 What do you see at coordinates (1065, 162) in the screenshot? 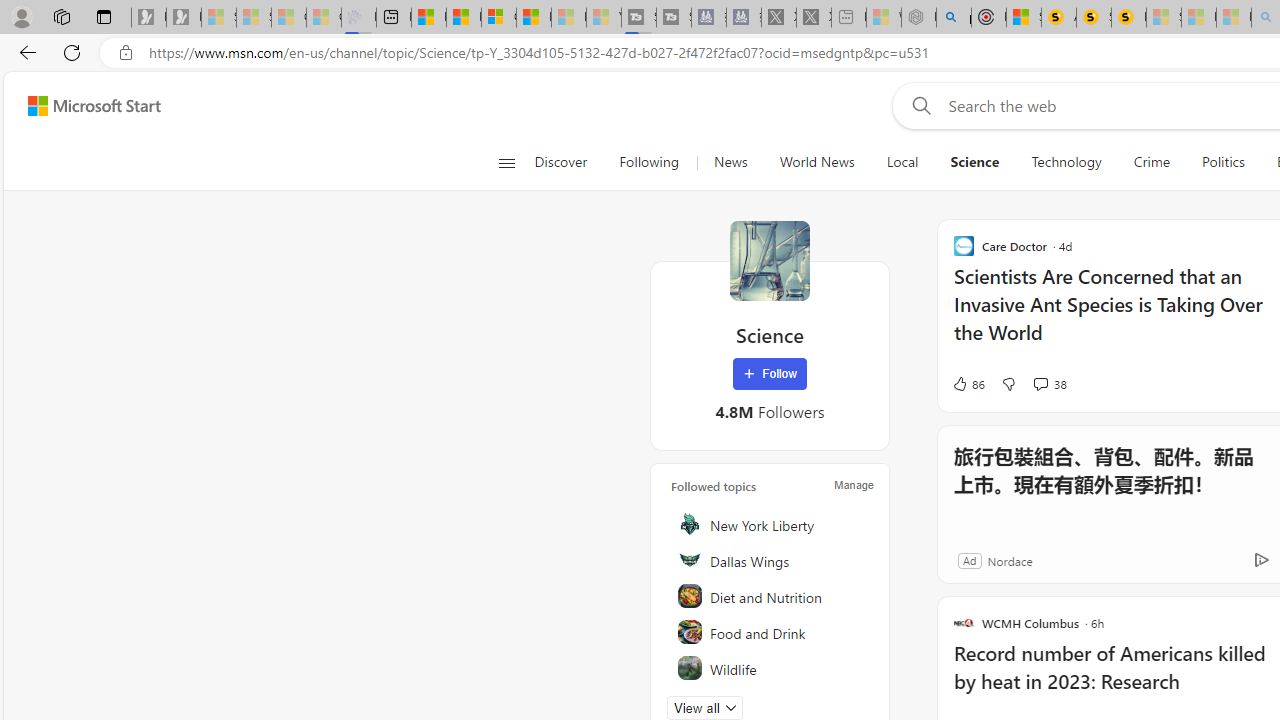
I see `'Technology'` at bounding box center [1065, 162].